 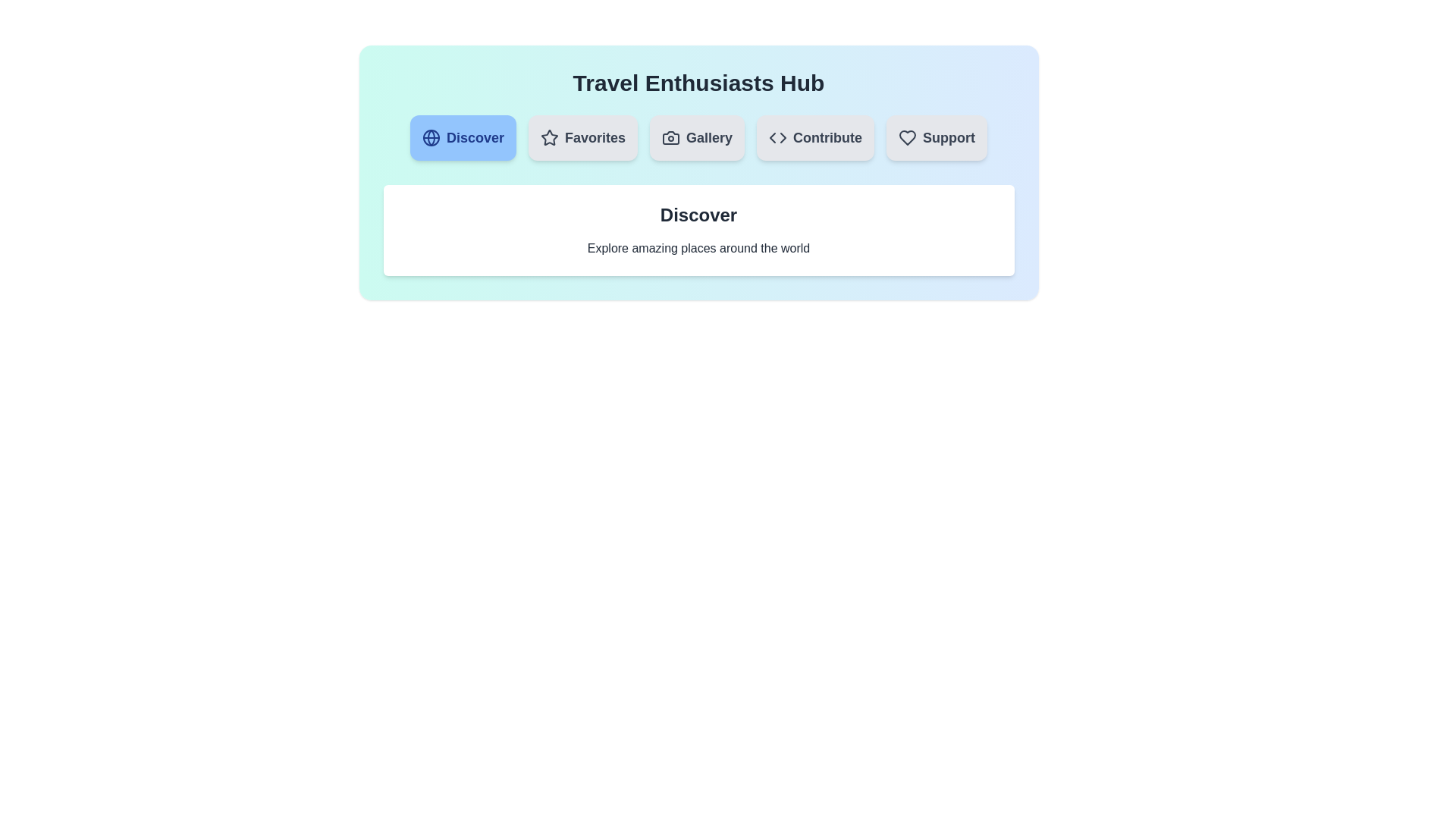 I want to click on the star-shaped icon within the 'Favorites' button, so click(x=548, y=137).